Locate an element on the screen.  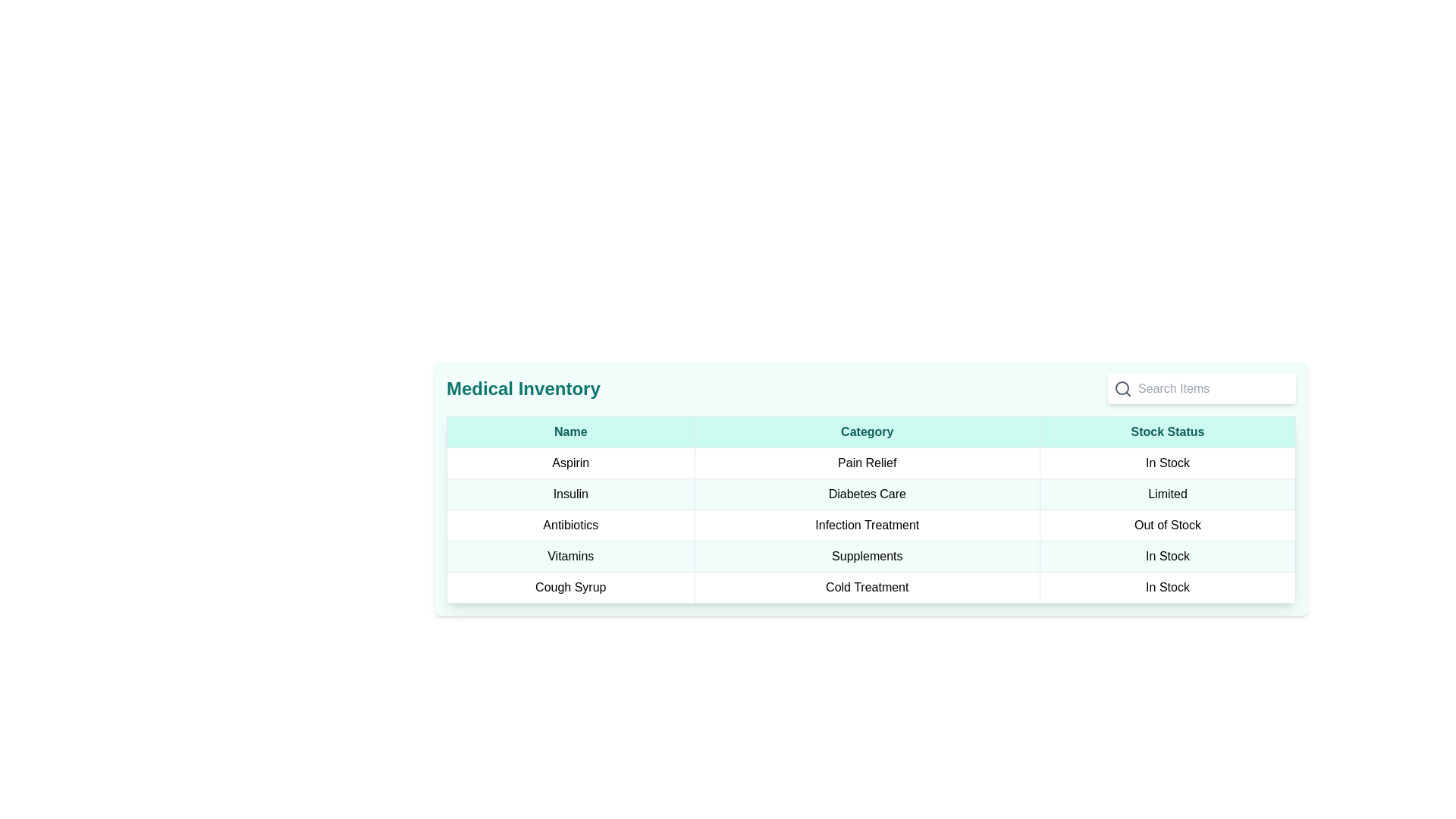
the table cell displaying the name 'Antibiotics' located in the third row of the 'Name' column is located at coordinates (570, 525).